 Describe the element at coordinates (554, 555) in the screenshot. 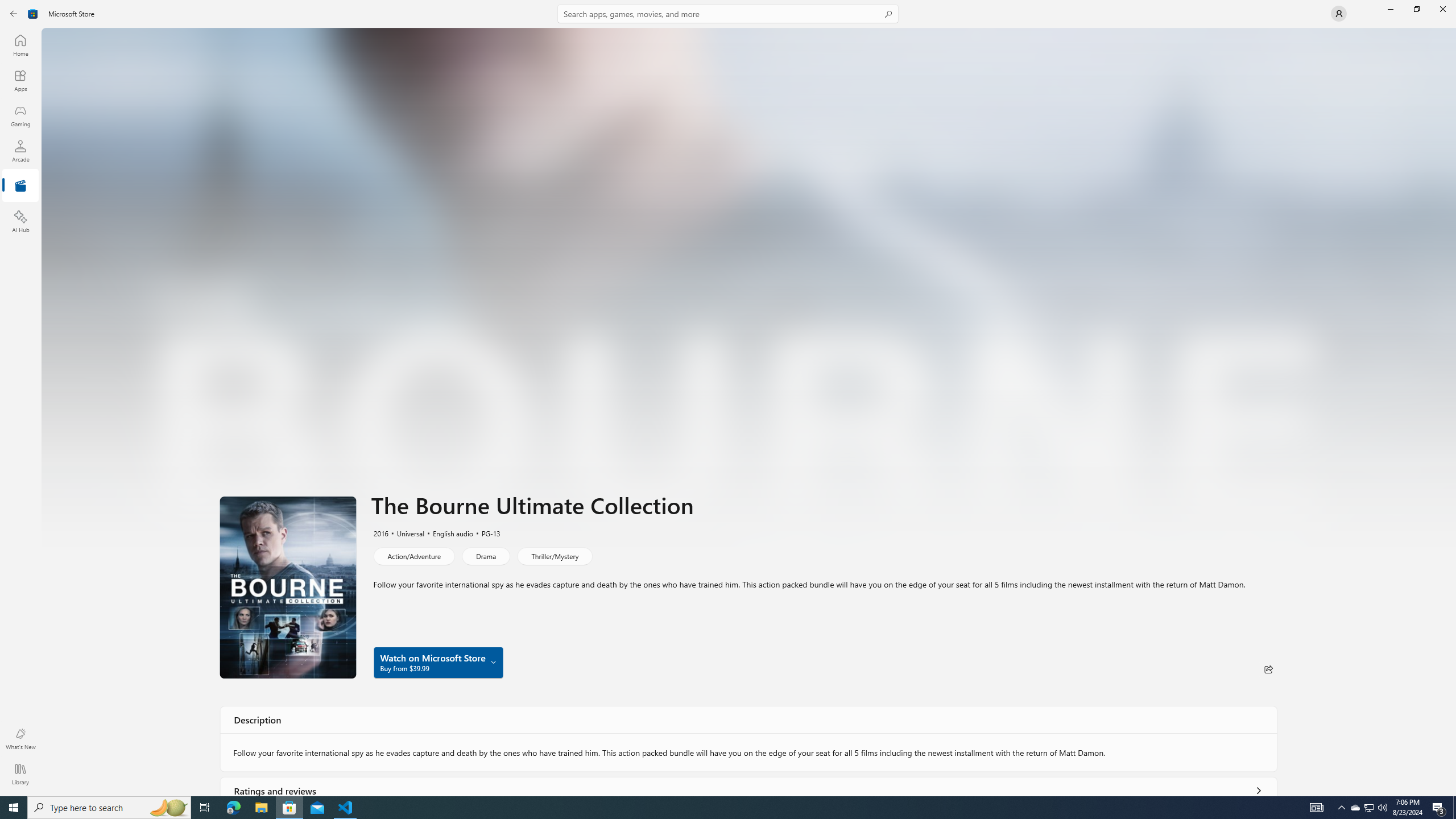

I see `'Thriller/Mystery'` at that location.